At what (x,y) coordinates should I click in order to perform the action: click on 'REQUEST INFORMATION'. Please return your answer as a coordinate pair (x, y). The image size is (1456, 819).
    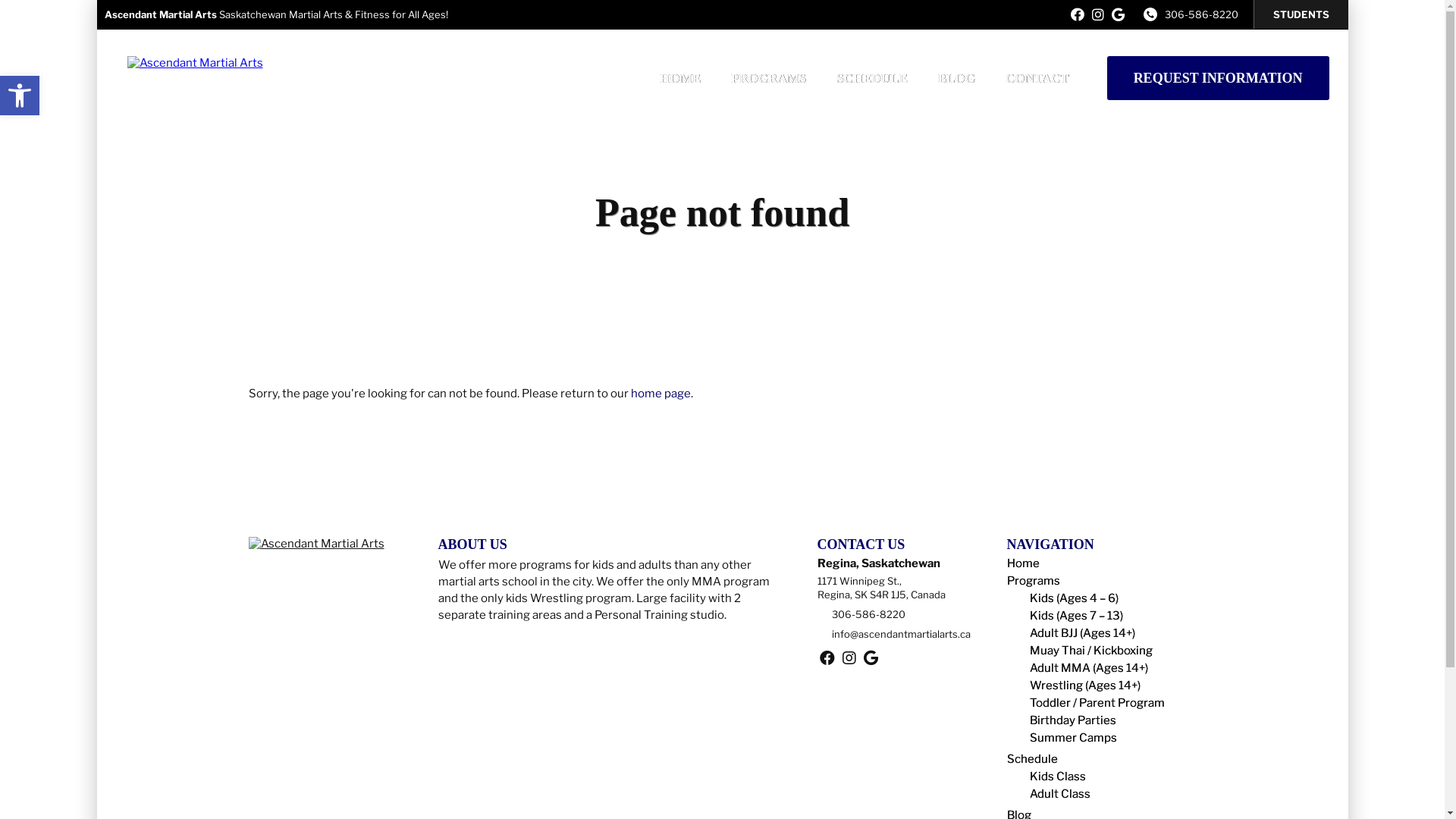
    Looking at the image, I should click on (1218, 78).